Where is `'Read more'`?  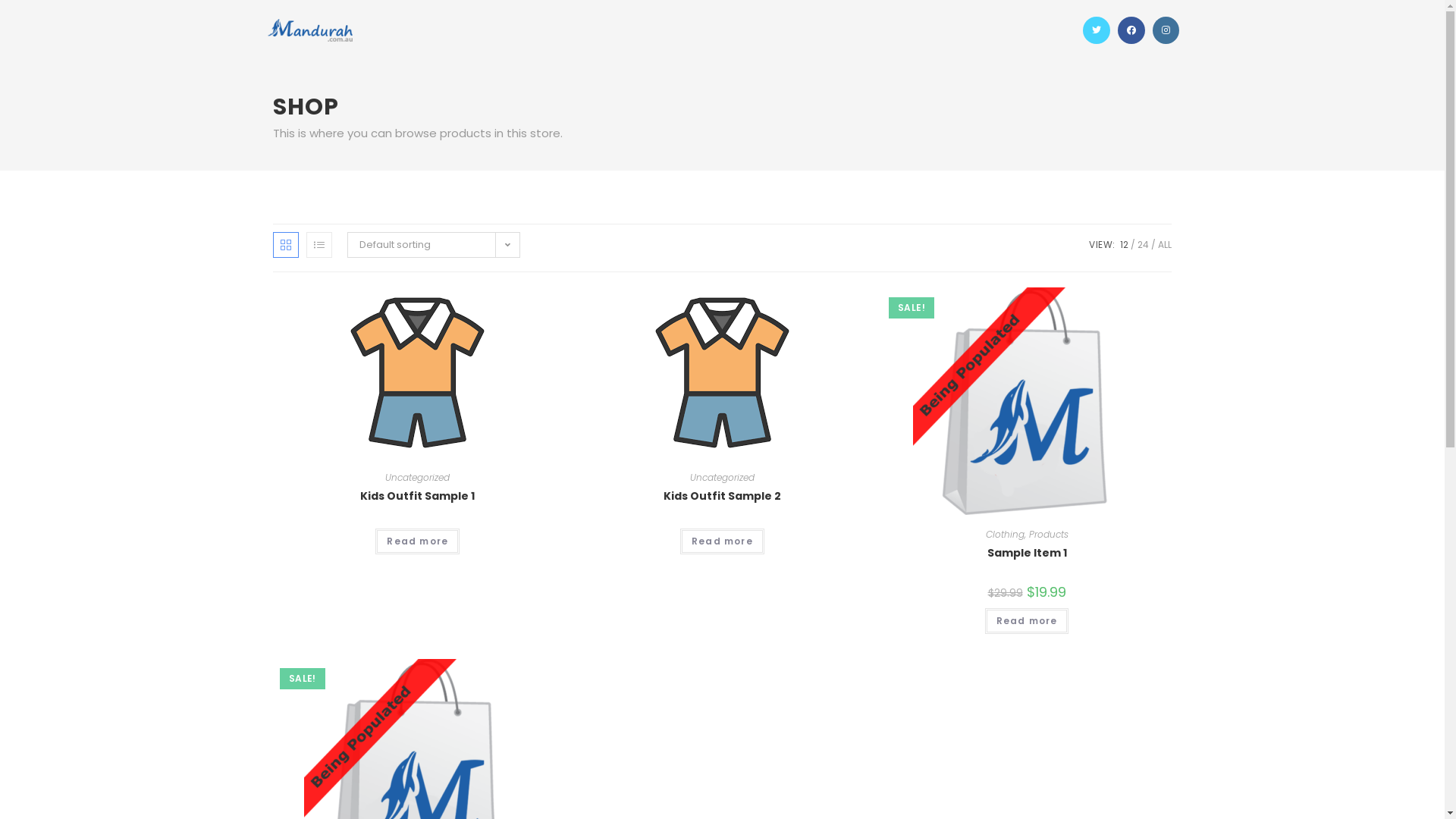 'Read more' is located at coordinates (417, 540).